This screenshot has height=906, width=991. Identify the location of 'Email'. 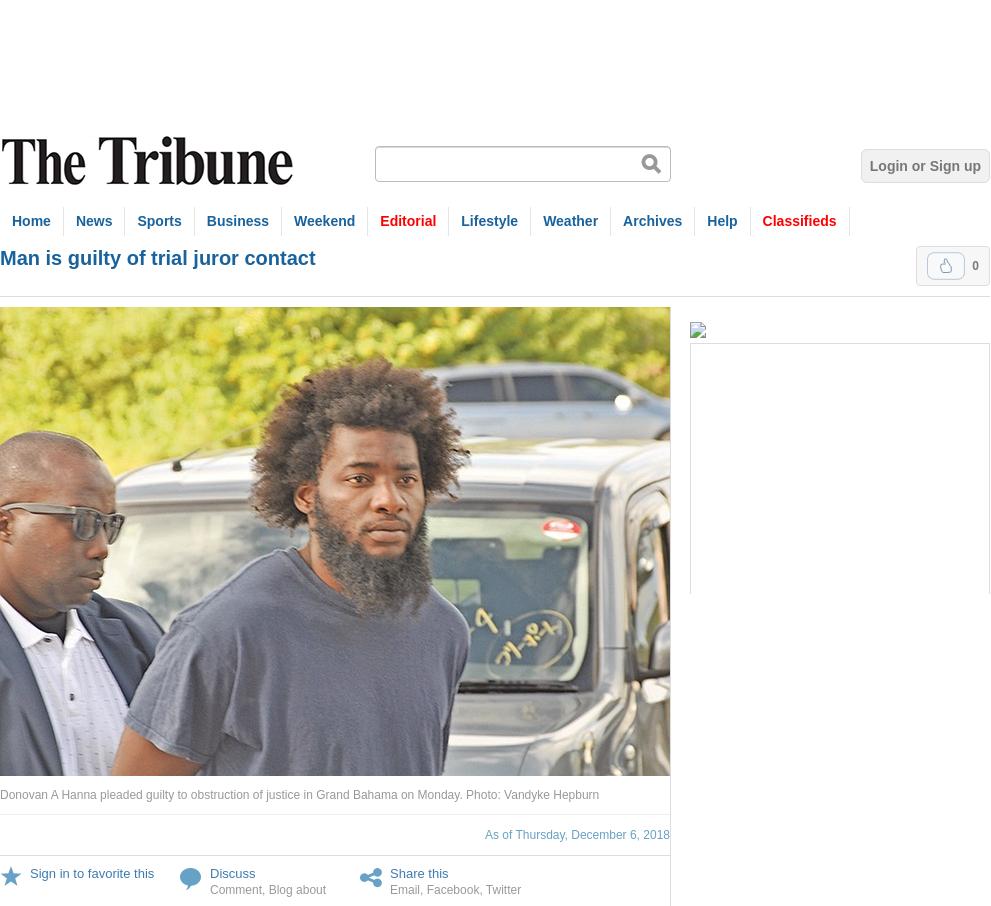
(404, 889).